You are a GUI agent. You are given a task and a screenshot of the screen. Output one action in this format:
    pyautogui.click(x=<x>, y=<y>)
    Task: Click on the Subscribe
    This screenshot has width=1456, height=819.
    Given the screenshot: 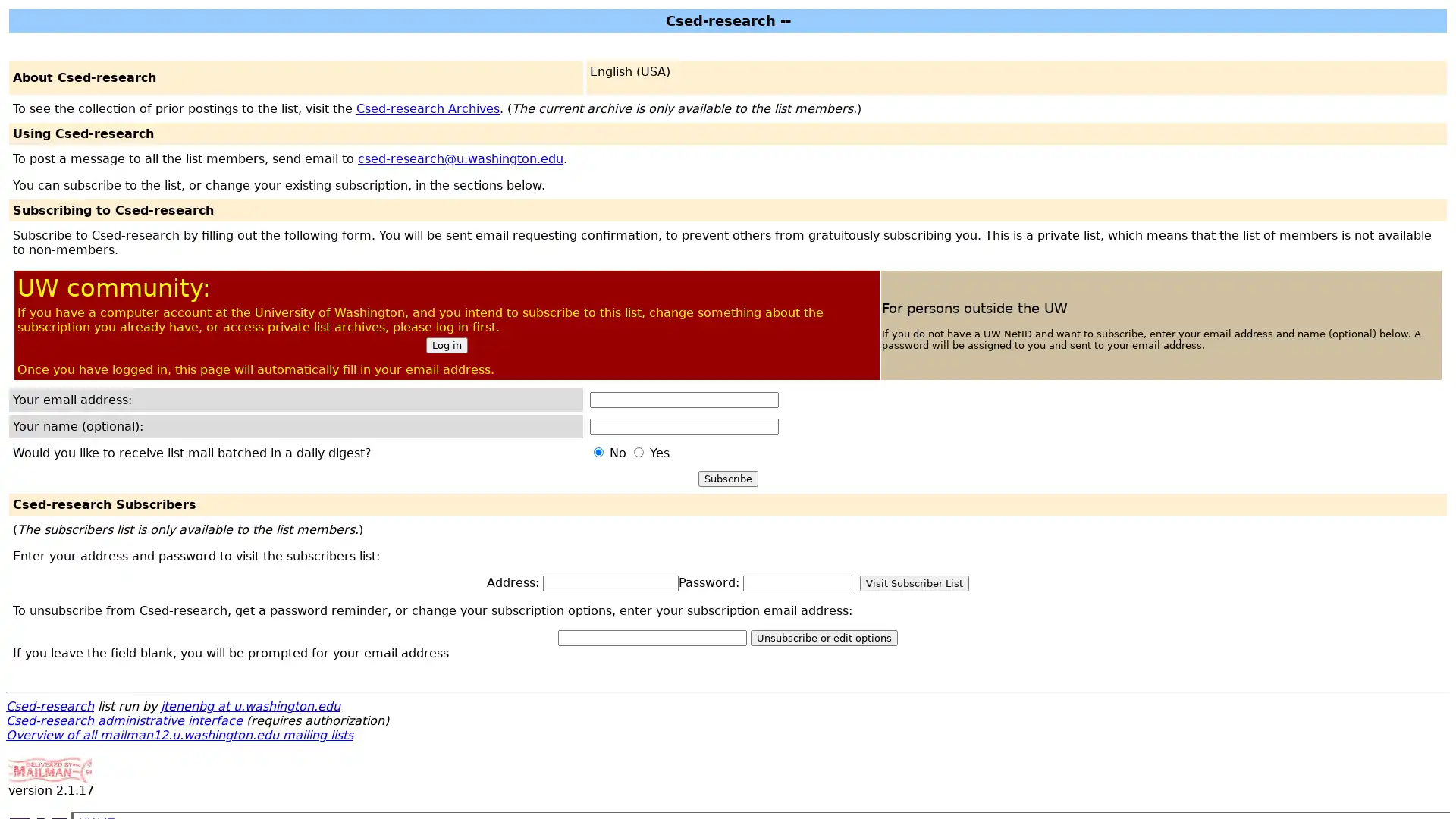 What is the action you would take?
    pyautogui.click(x=726, y=479)
    